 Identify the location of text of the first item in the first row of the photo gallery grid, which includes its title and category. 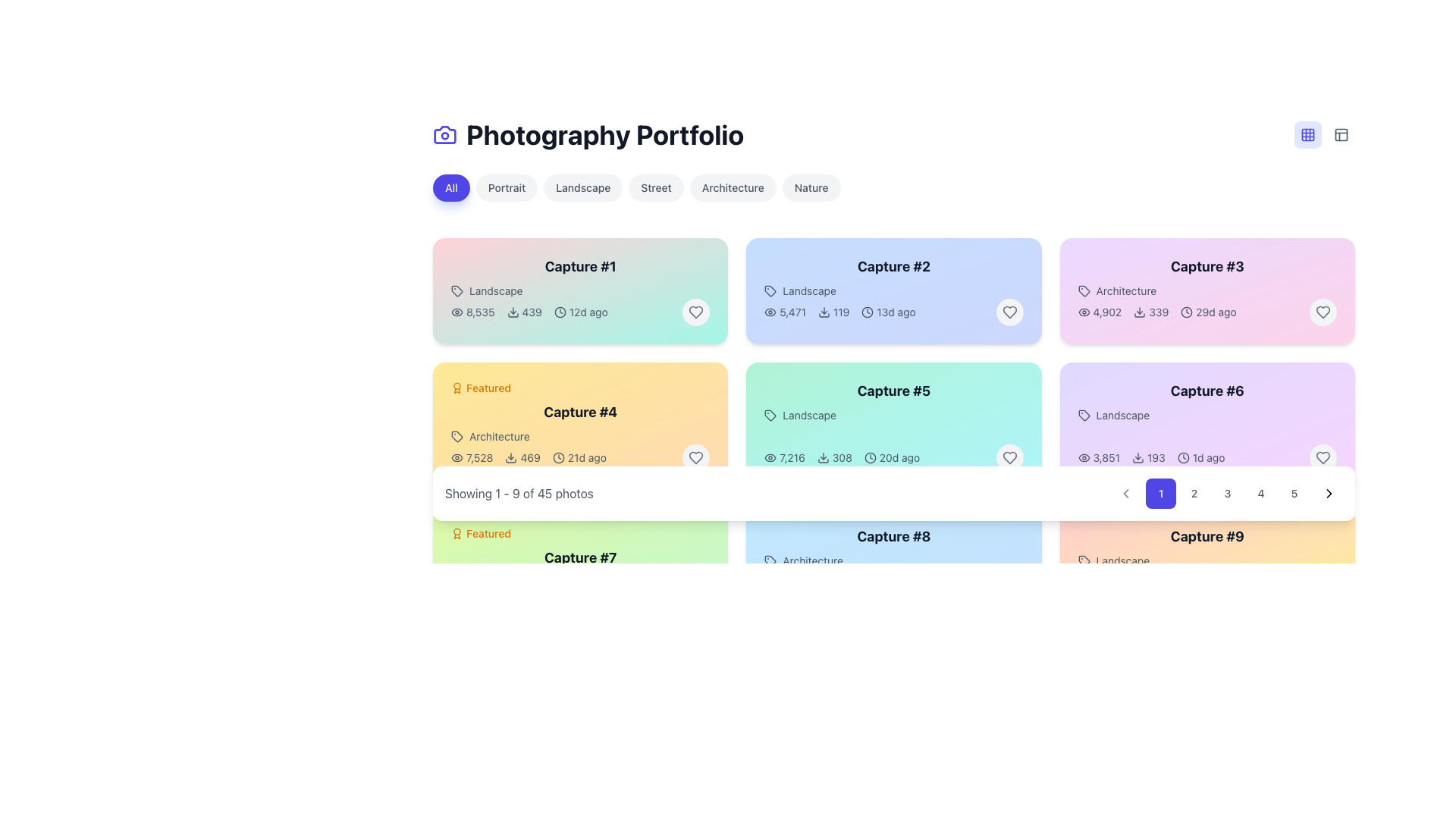
(579, 278).